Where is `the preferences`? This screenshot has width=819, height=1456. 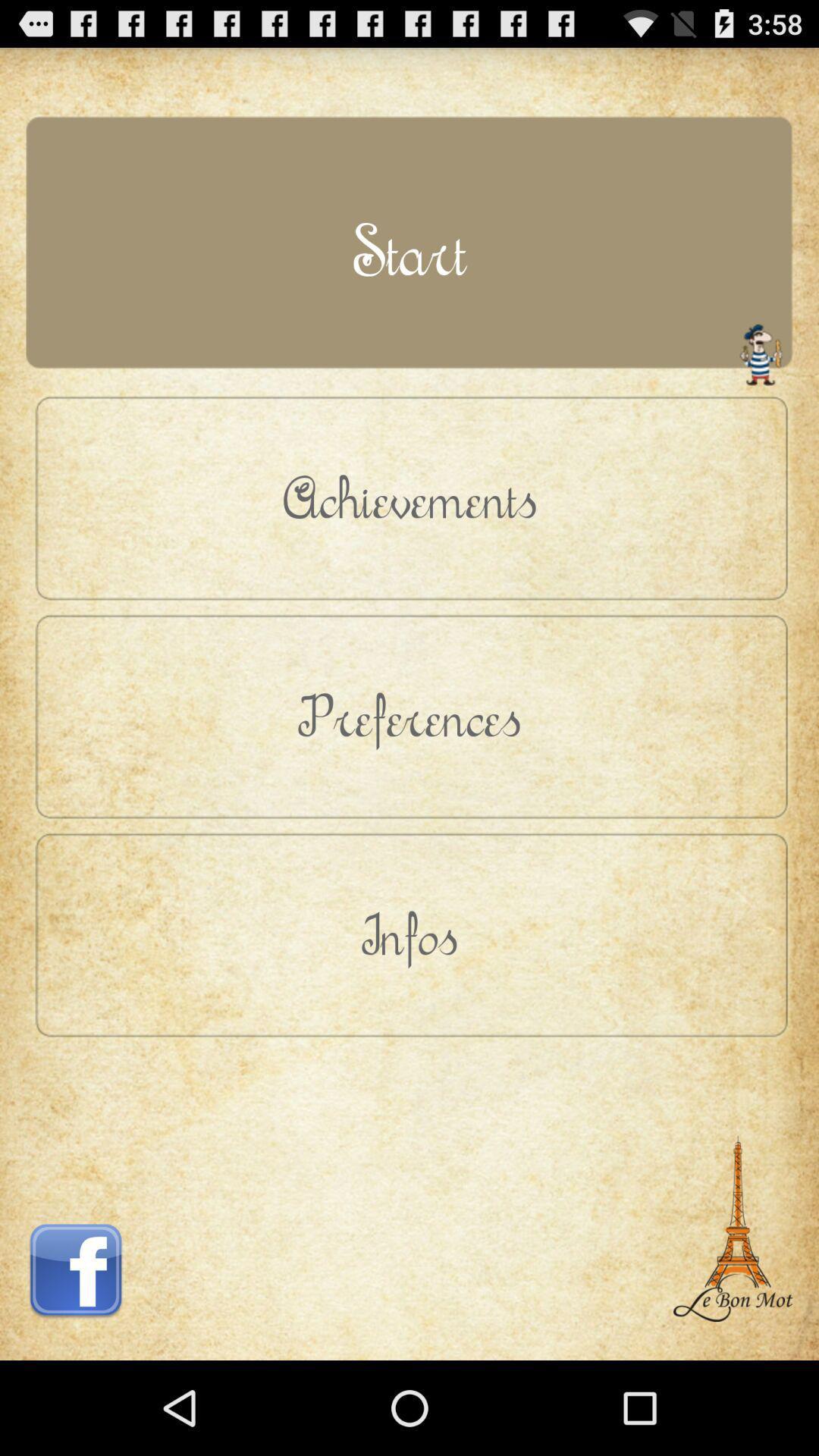 the preferences is located at coordinates (409, 715).